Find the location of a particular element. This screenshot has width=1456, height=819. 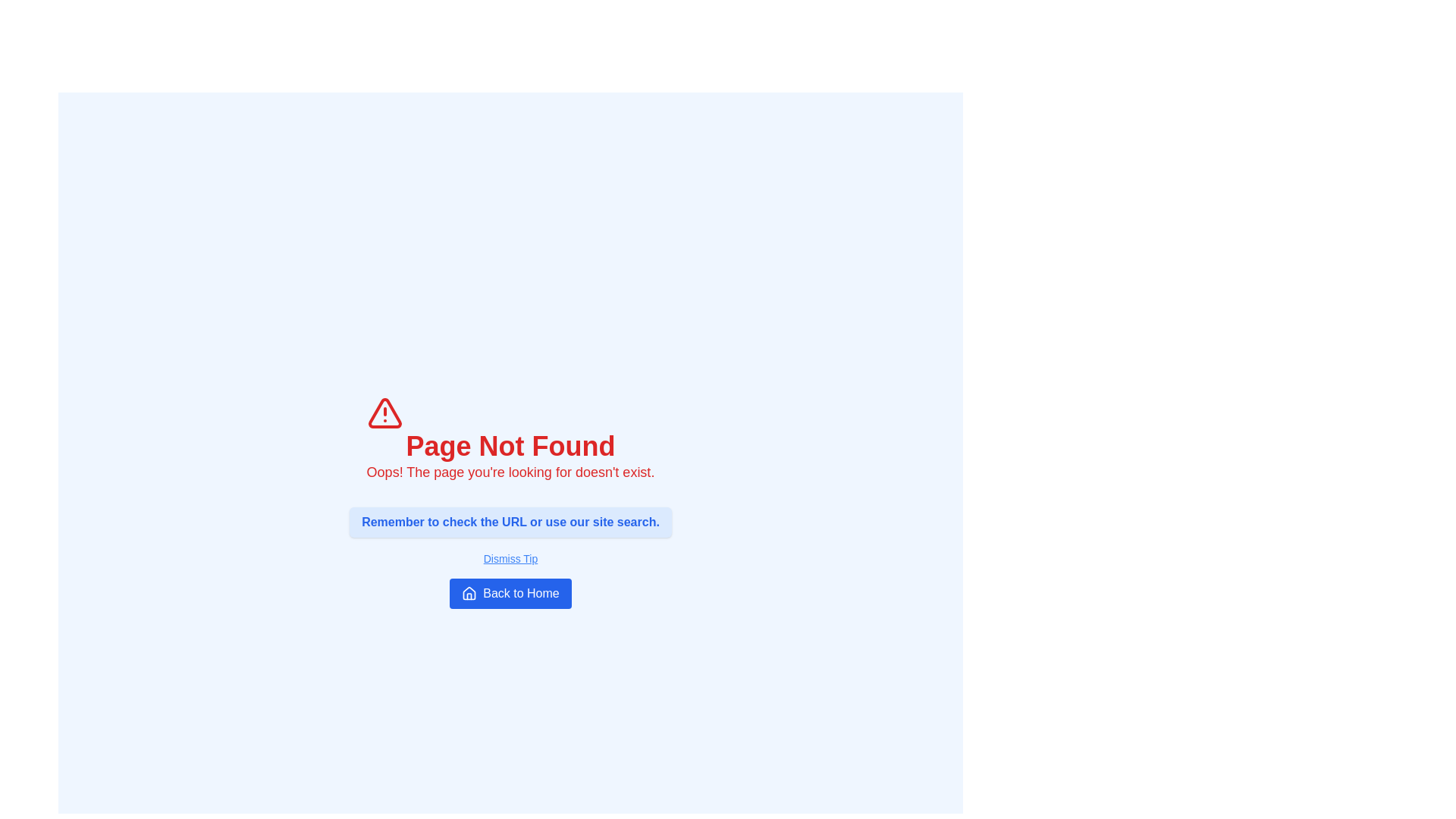

the 'Back to Home' button which contains the SVG icon of a house, located at the bottom-center of the interface is located at coordinates (469, 593).